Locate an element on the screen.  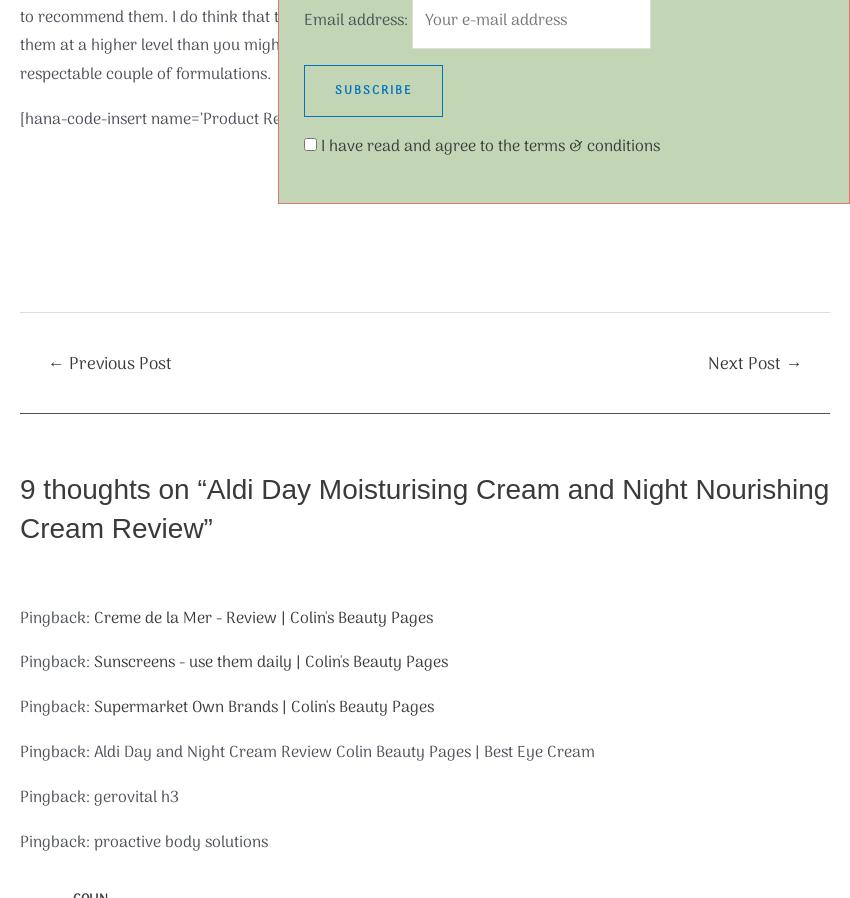
'Sunscreens - use them daily | Colin's Beauty Pages' is located at coordinates (93, 661).